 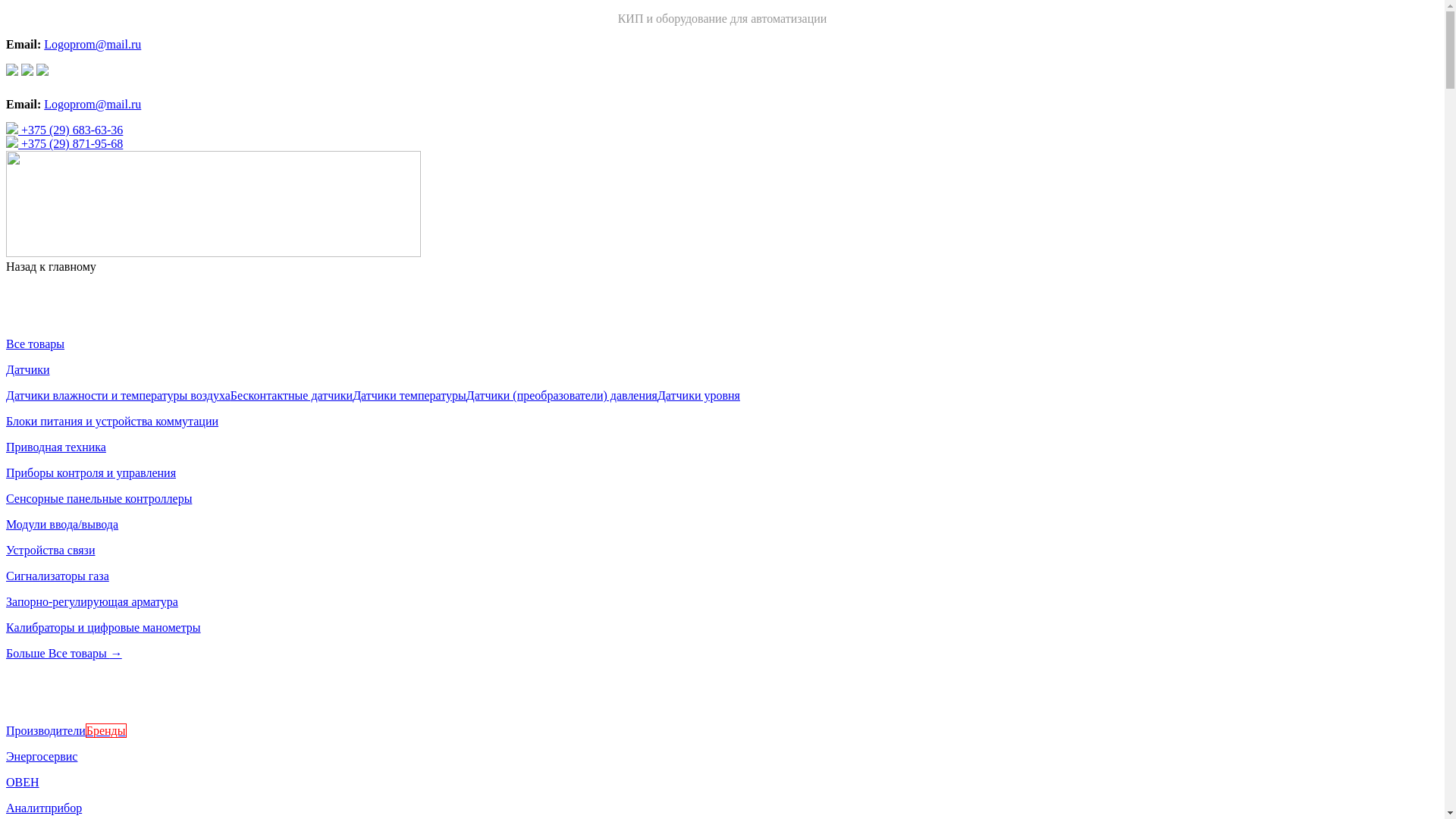 I want to click on 'Logoprom@mail.ru', so click(x=91, y=103).